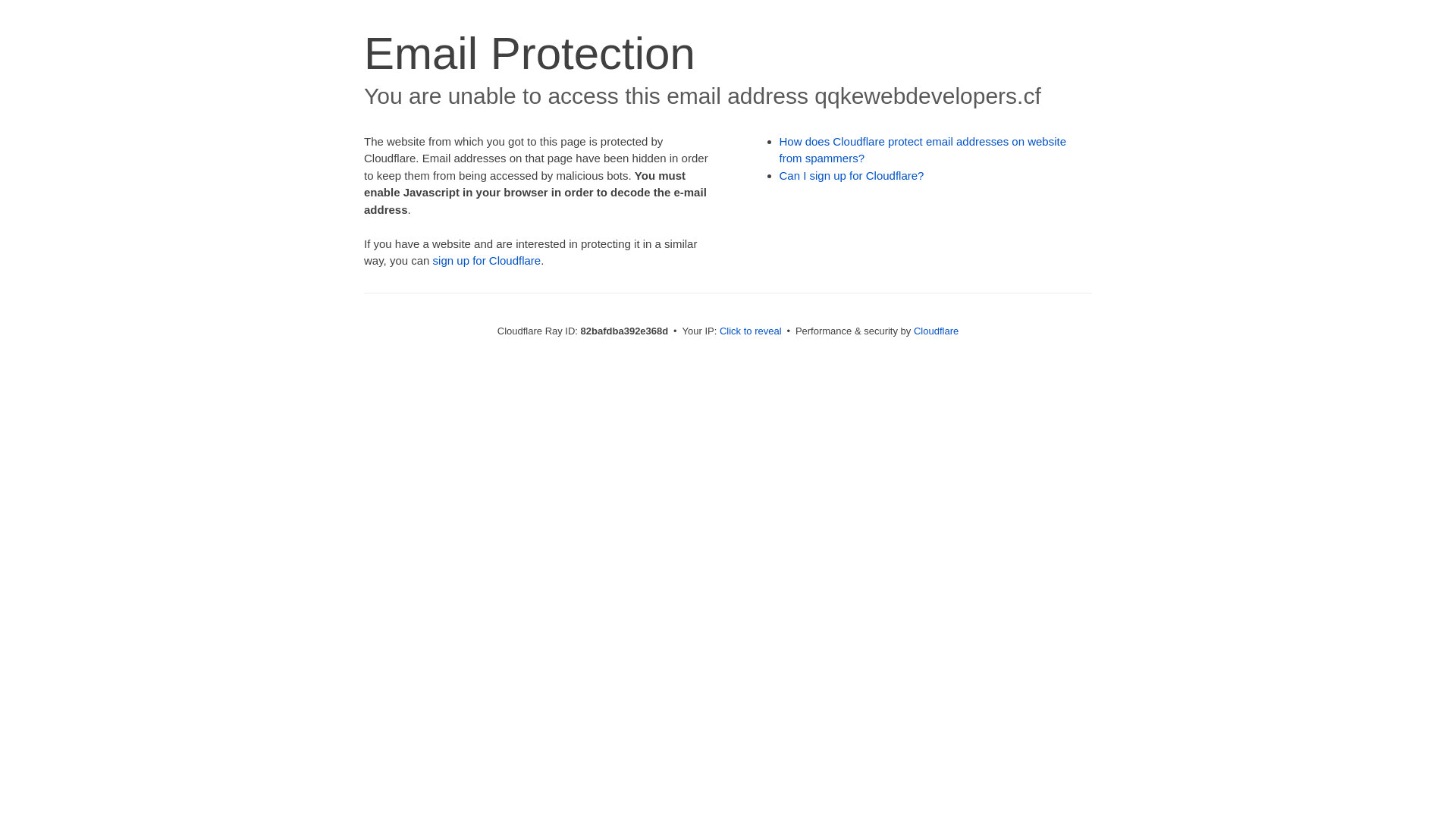 The width and height of the screenshot is (1456, 819). I want to click on 'Click to reveal', so click(750, 330).